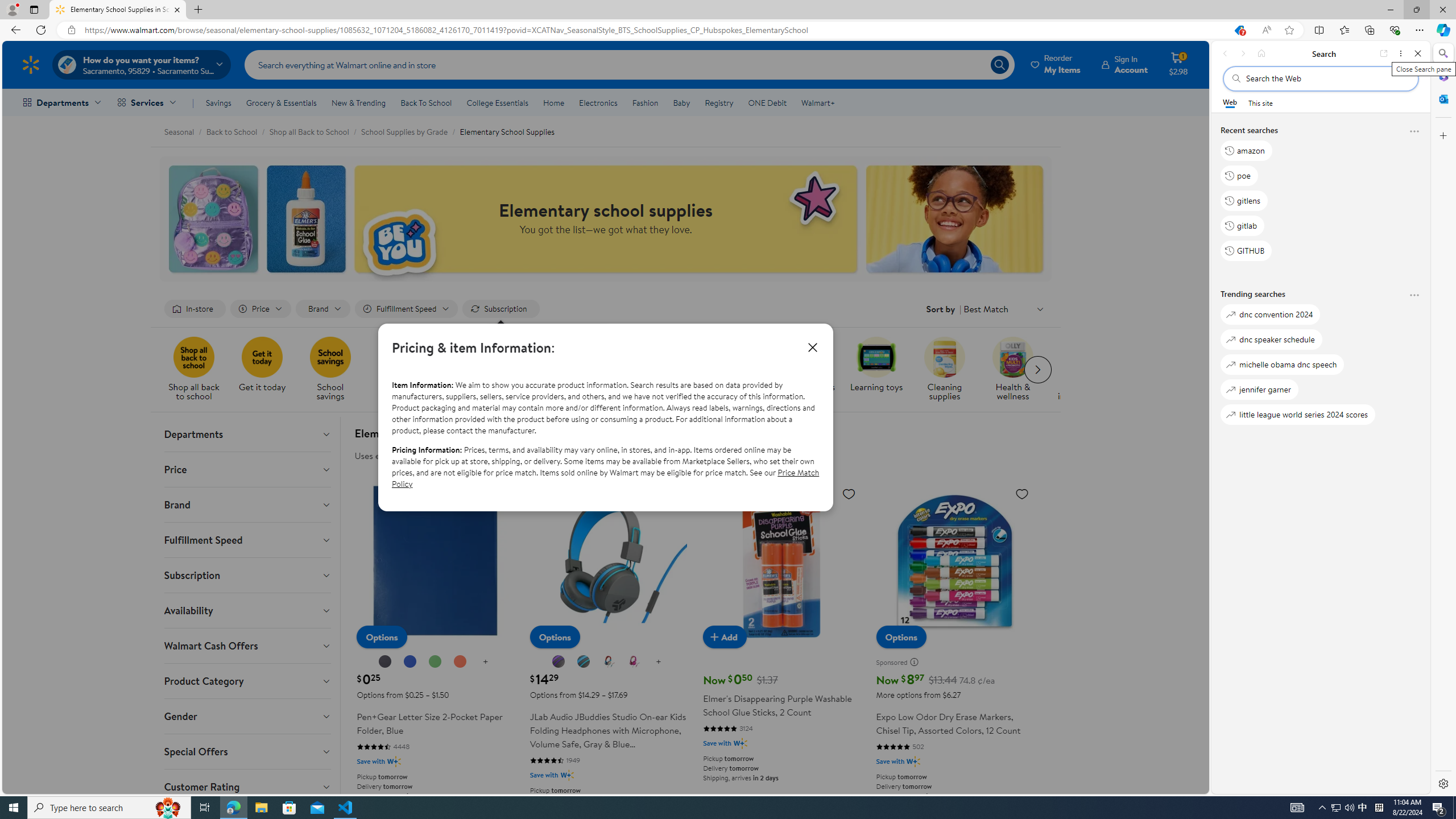 The height and width of the screenshot is (819, 1456). What do you see at coordinates (1443, 418) in the screenshot?
I see `'Side bar'` at bounding box center [1443, 418].